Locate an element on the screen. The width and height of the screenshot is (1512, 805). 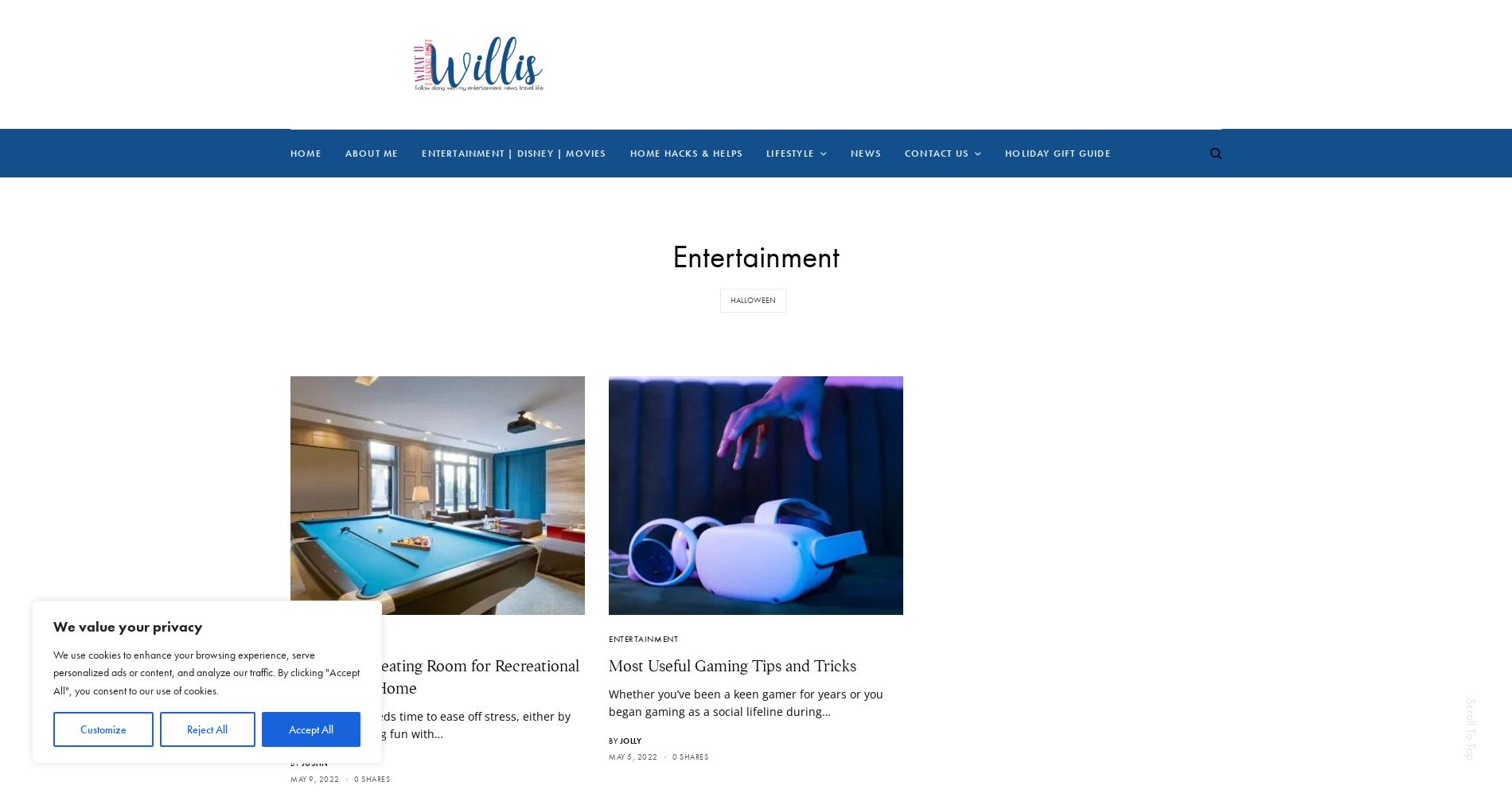
'Home Hacks & Helps' is located at coordinates (685, 153).